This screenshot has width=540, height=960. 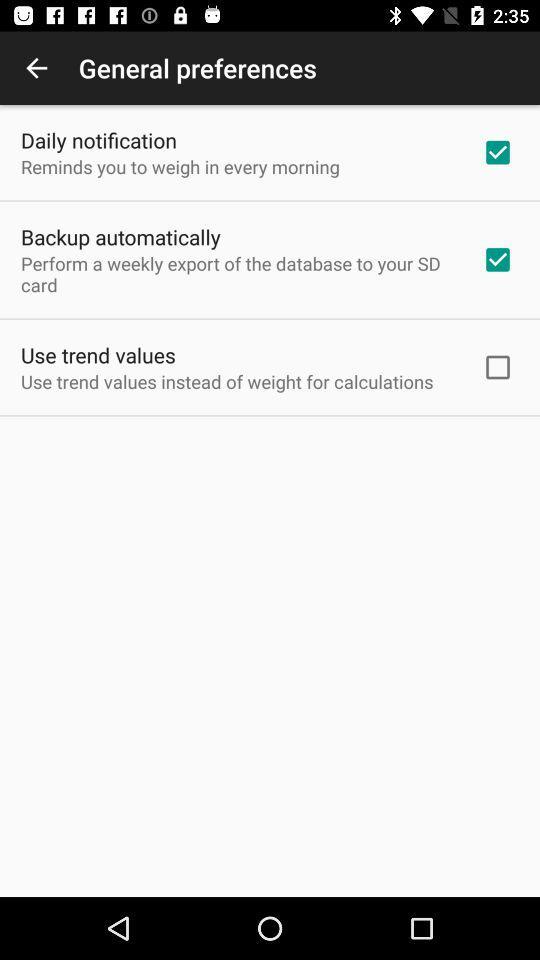 What do you see at coordinates (120, 237) in the screenshot?
I see `backup automatically item` at bounding box center [120, 237].